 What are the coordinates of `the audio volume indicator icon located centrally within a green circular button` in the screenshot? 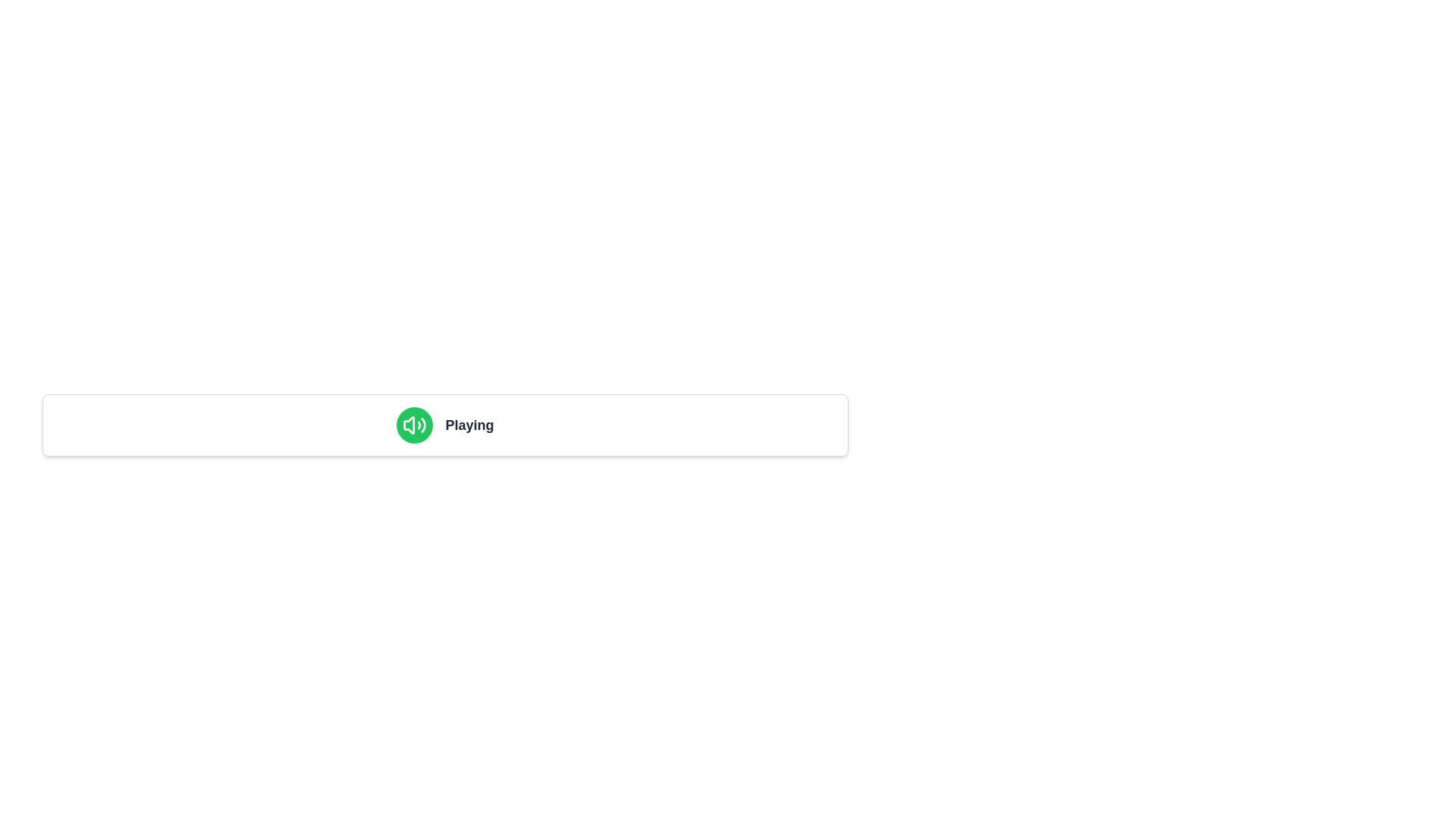 It's located at (415, 425).